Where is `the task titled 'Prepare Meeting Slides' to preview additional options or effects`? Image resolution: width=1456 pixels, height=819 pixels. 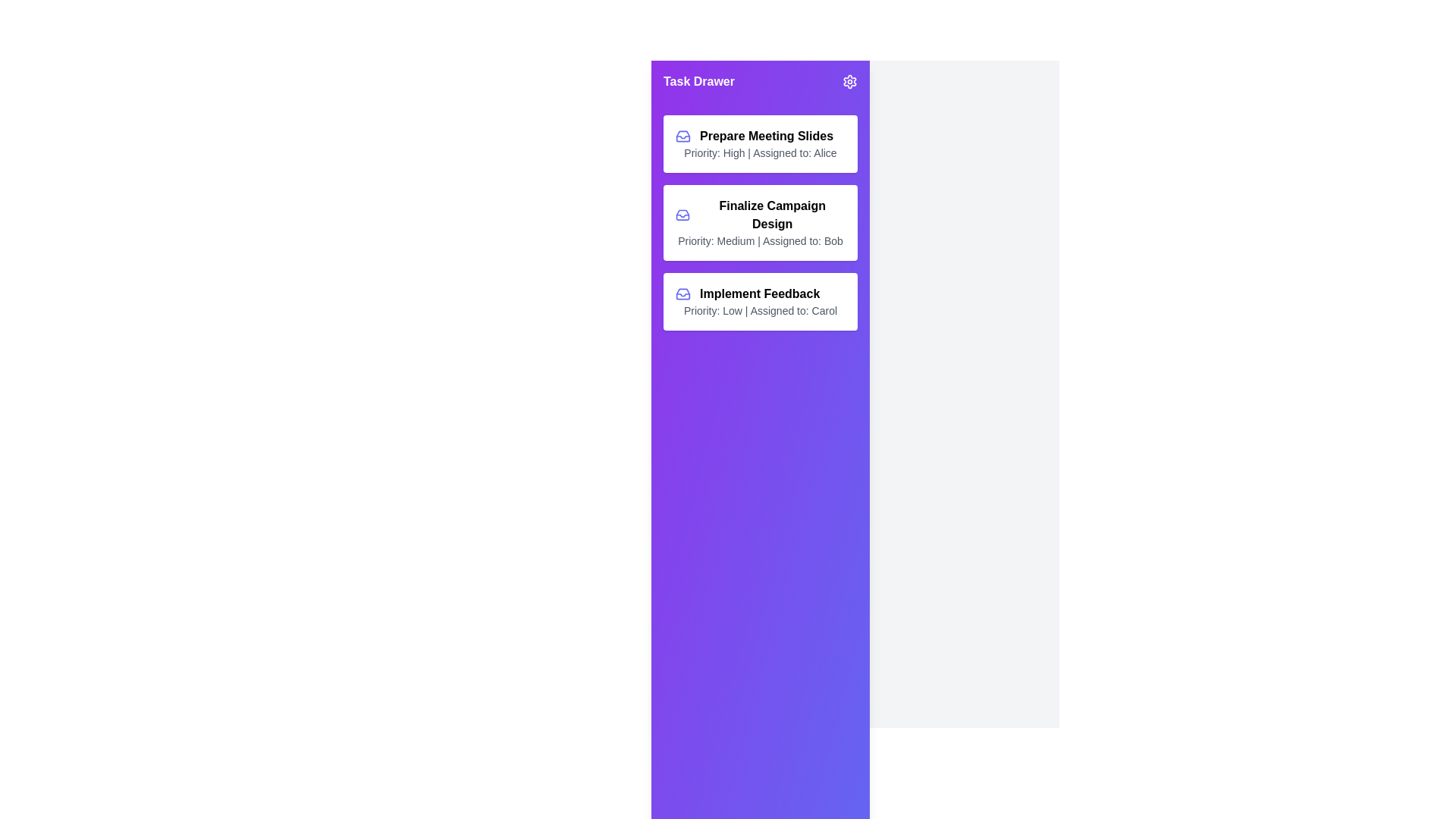 the task titled 'Prepare Meeting Slides' to preview additional options or effects is located at coordinates (761, 143).